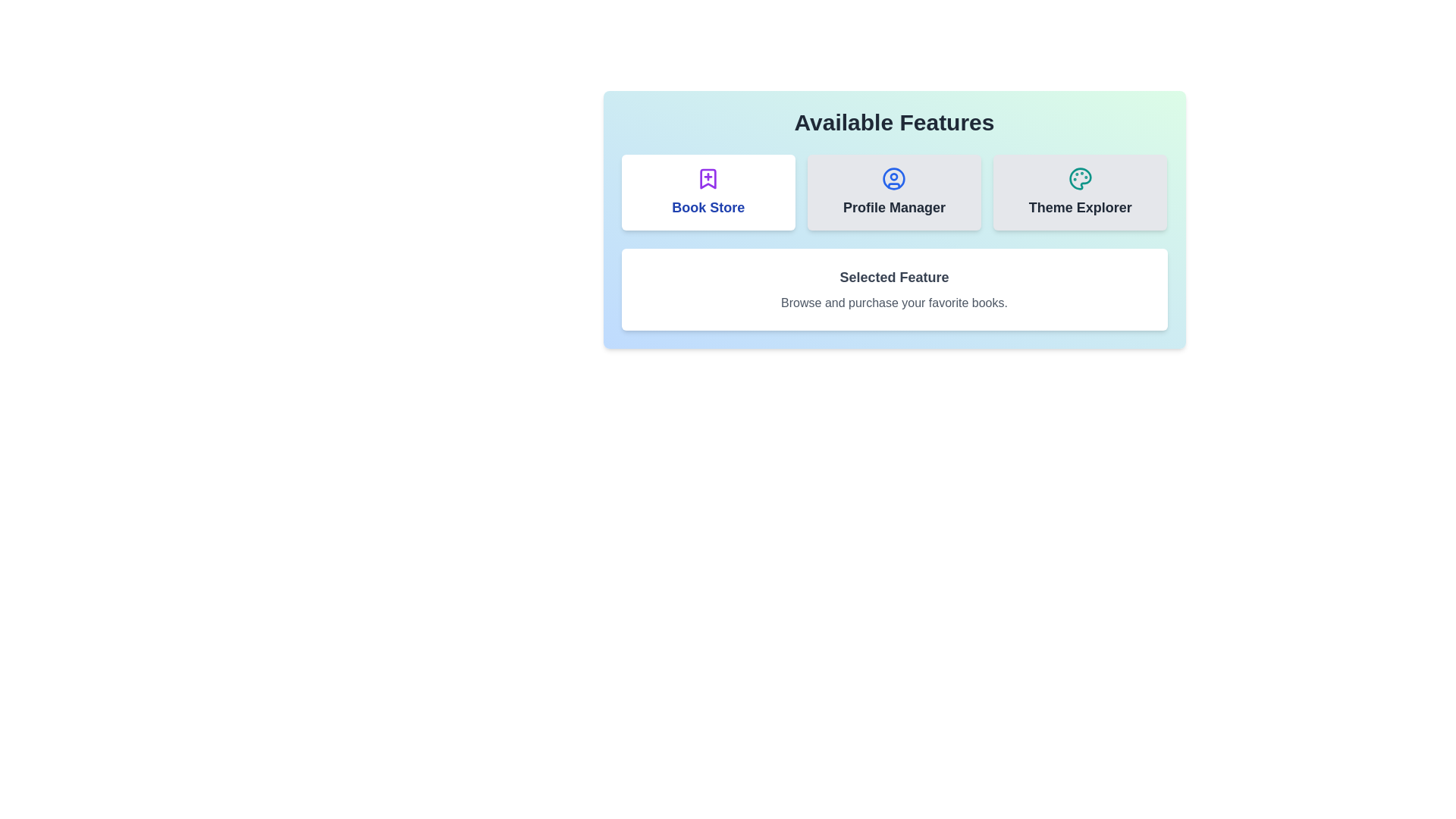 This screenshot has width=1456, height=819. I want to click on the last button in the row of three buttons, which activates the 'Theme Explorer' feature of the application, so click(1079, 192).